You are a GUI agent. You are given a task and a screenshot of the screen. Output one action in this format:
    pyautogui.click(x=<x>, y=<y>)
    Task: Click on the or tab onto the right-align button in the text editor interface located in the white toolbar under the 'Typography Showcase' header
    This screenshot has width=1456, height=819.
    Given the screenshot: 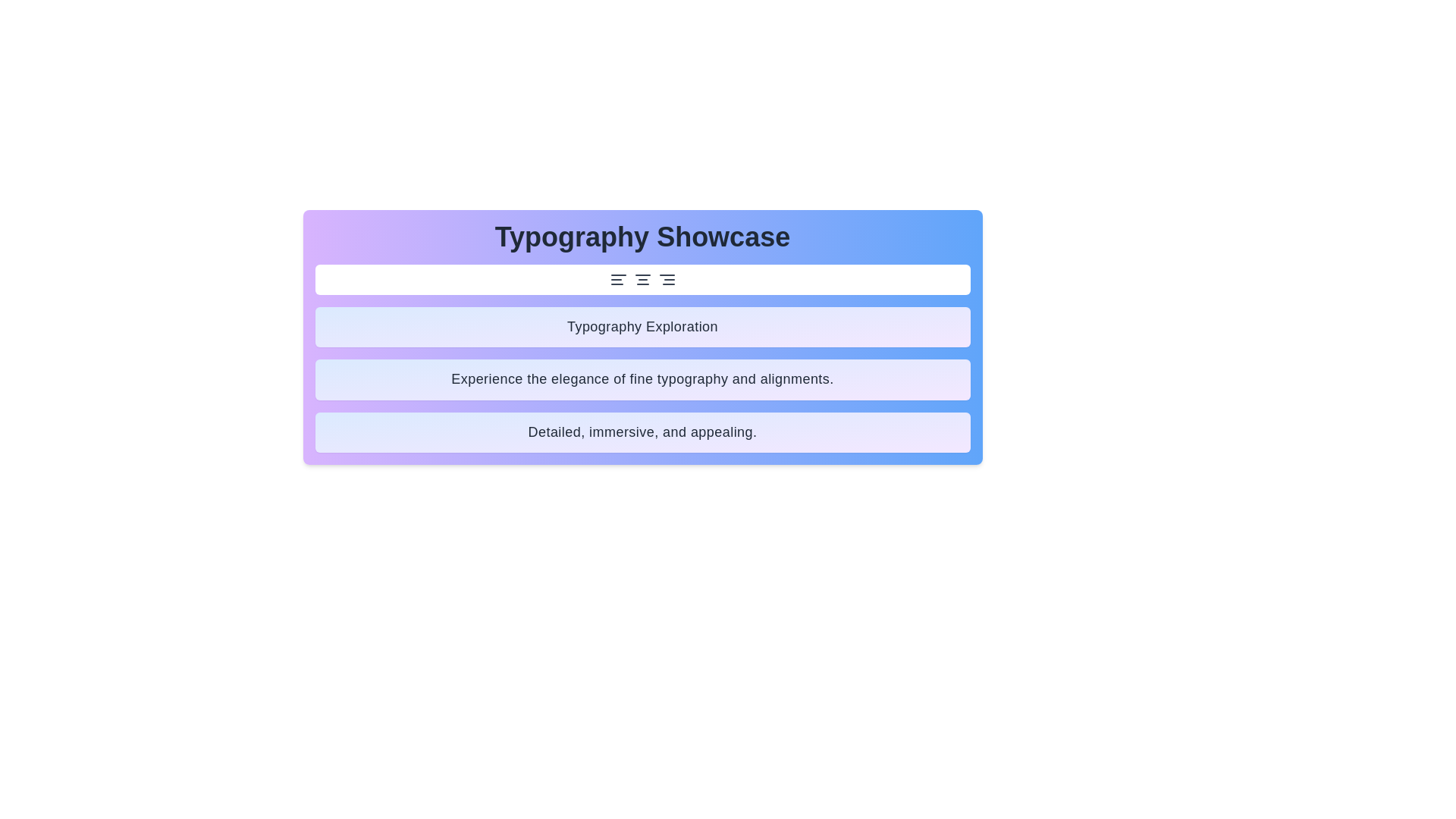 What is the action you would take?
    pyautogui.click(x=667, y=280)
    